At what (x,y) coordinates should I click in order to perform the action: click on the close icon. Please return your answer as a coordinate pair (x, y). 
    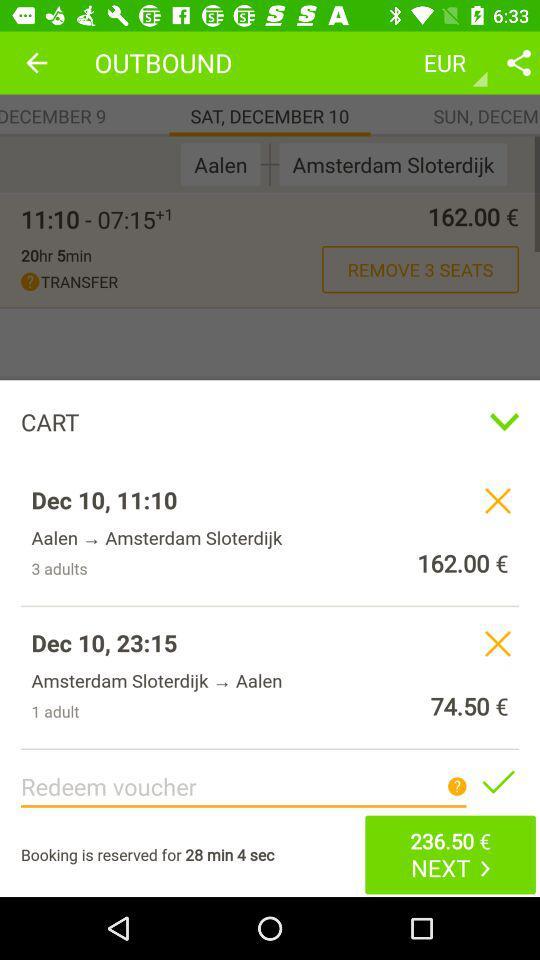
    Looking at the image, I should click on (496, 500).